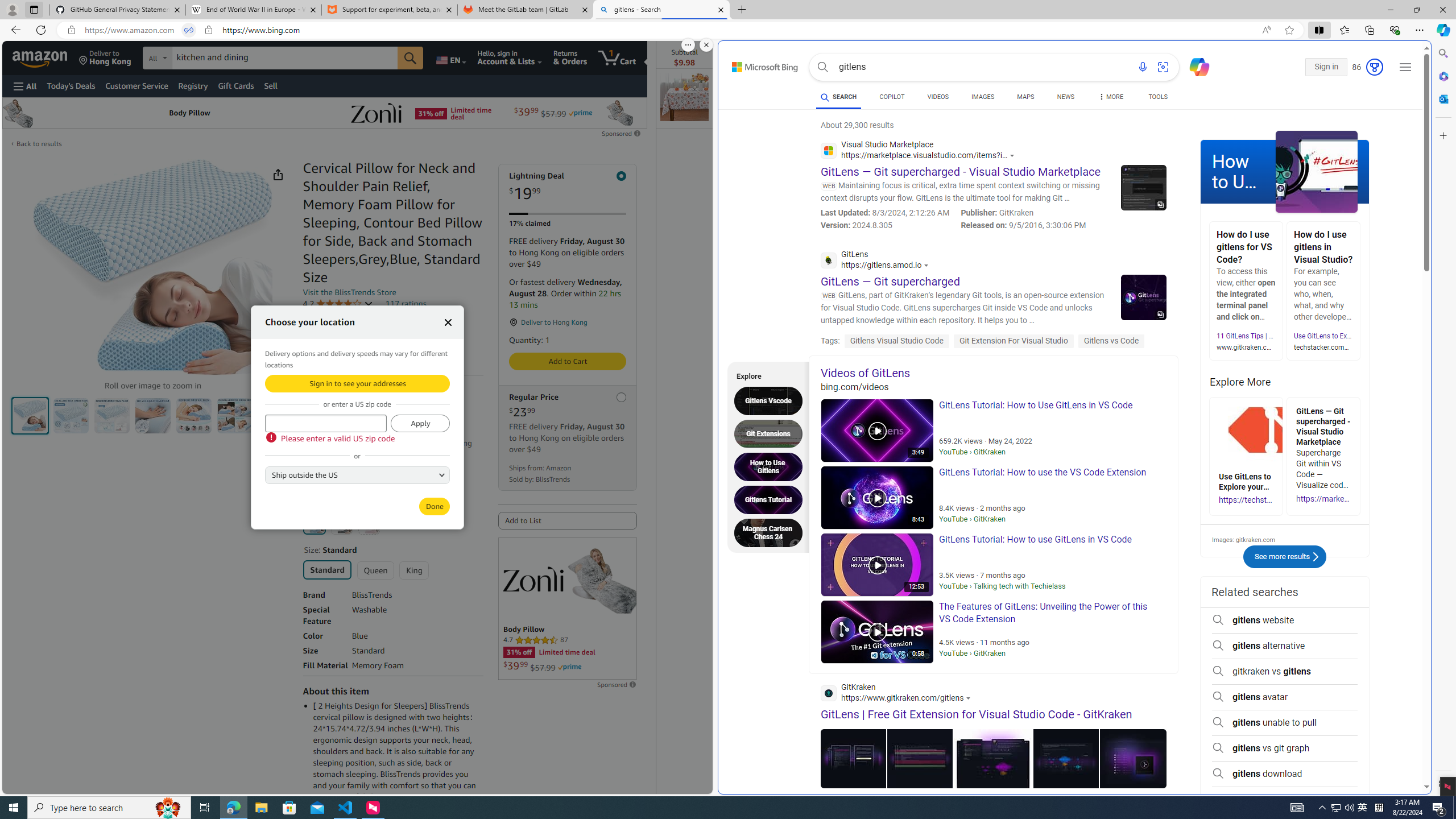 Image resolution: width=1456 pixels, height=819 pixels. Describe the element at coordinates (1301, 336) in the screenshot. I see `'11 GitLens Tips | Learn How to Use GitLens in VS Code -'` at that location.